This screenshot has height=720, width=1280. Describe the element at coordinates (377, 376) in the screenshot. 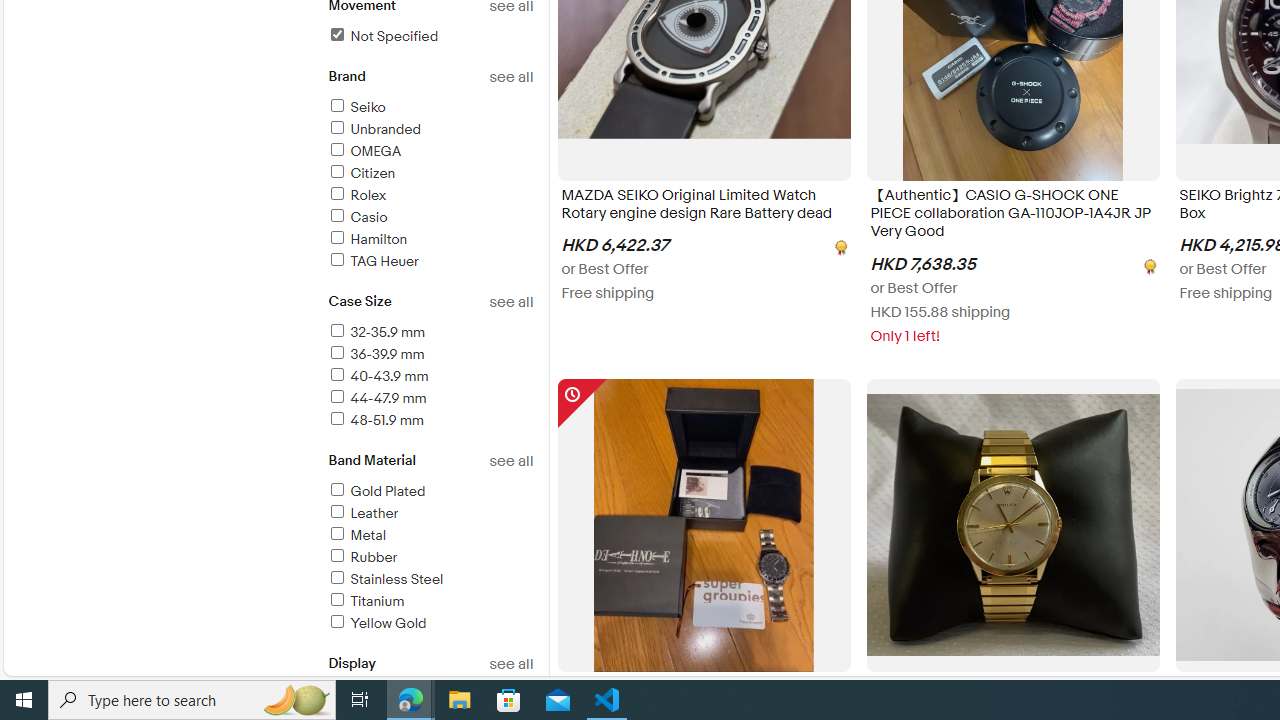

I see `'40-43.9 mm'` at that location.